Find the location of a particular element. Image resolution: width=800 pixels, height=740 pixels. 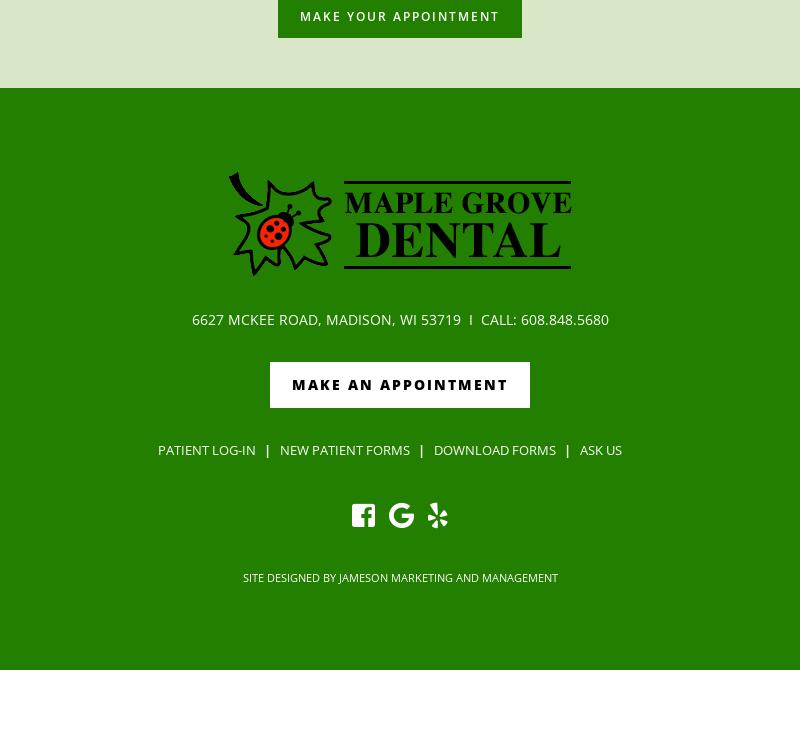

'6627 McKee Road, Madison, WI 53719' is located at coordinates (324, 318).